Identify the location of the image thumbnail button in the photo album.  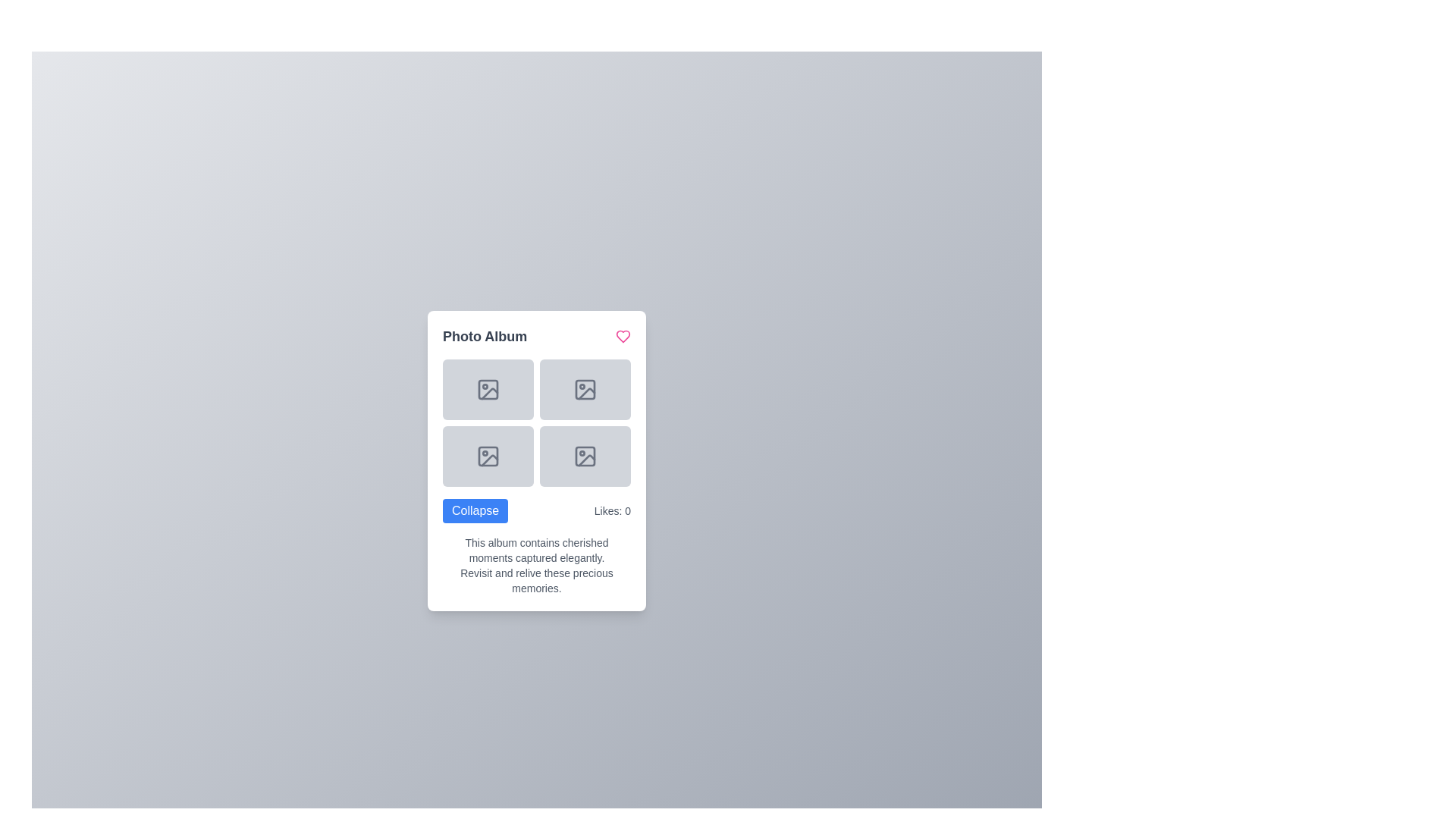
(488, 388).